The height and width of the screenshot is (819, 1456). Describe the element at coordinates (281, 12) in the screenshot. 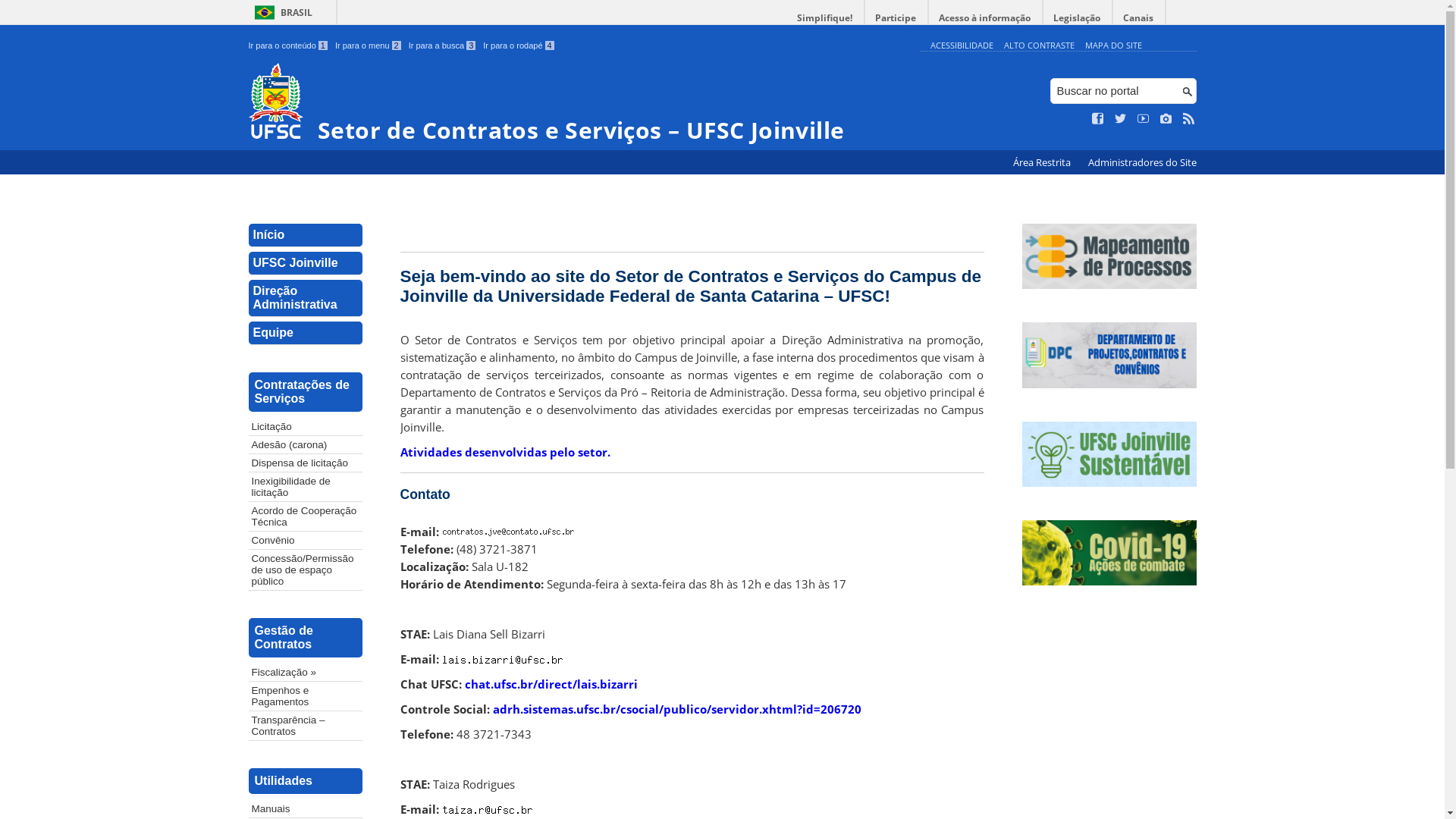

I see `'BRASIL'` at that location.